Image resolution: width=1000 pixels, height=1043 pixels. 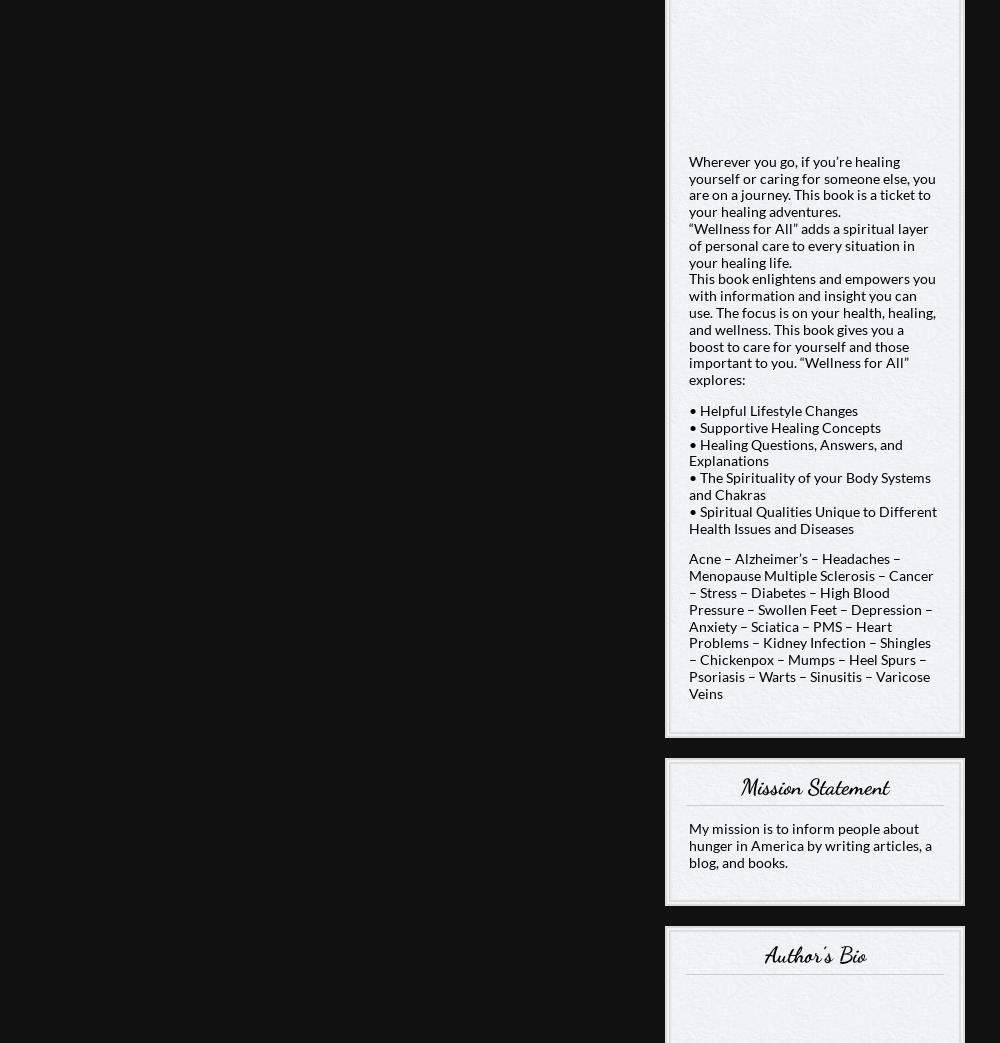 What do you see at coordinates (784, 426) in the screenshot?
I see `'• Supportive Healing Concepts'` at bounding box center [784, 426].